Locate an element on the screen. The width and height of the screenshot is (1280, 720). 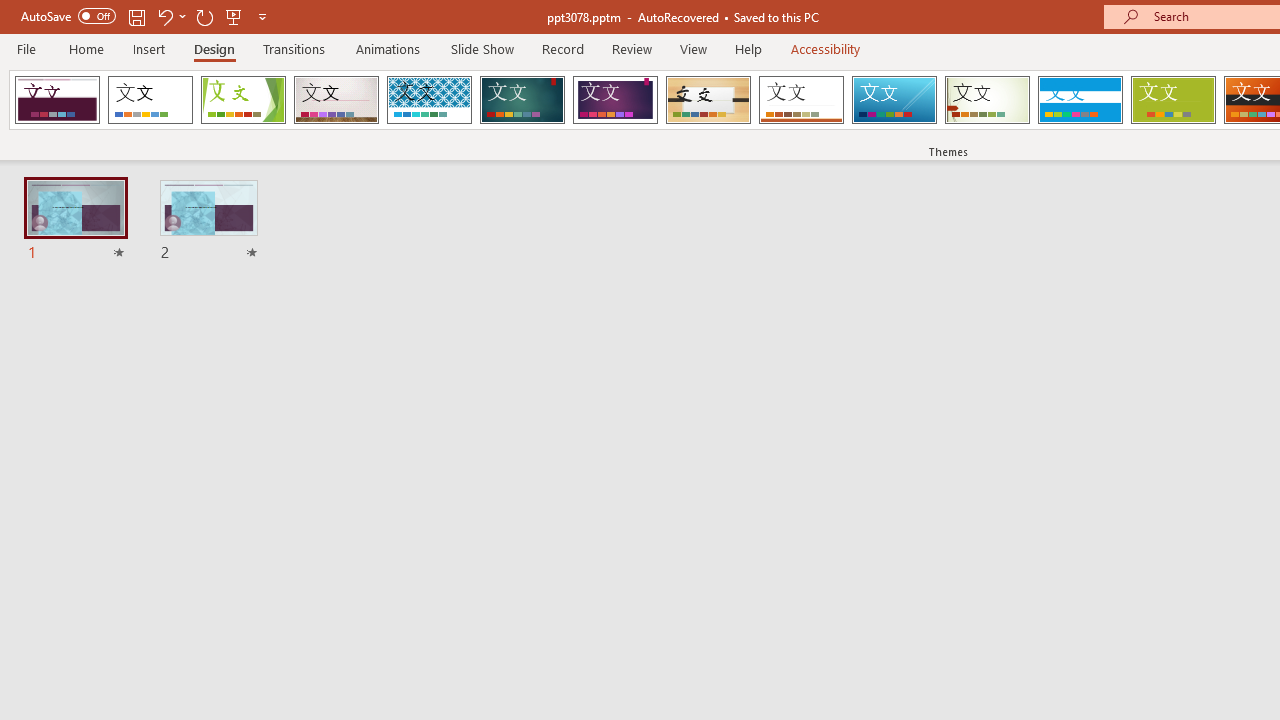
'Slice' is located at coordinates (893, 100).